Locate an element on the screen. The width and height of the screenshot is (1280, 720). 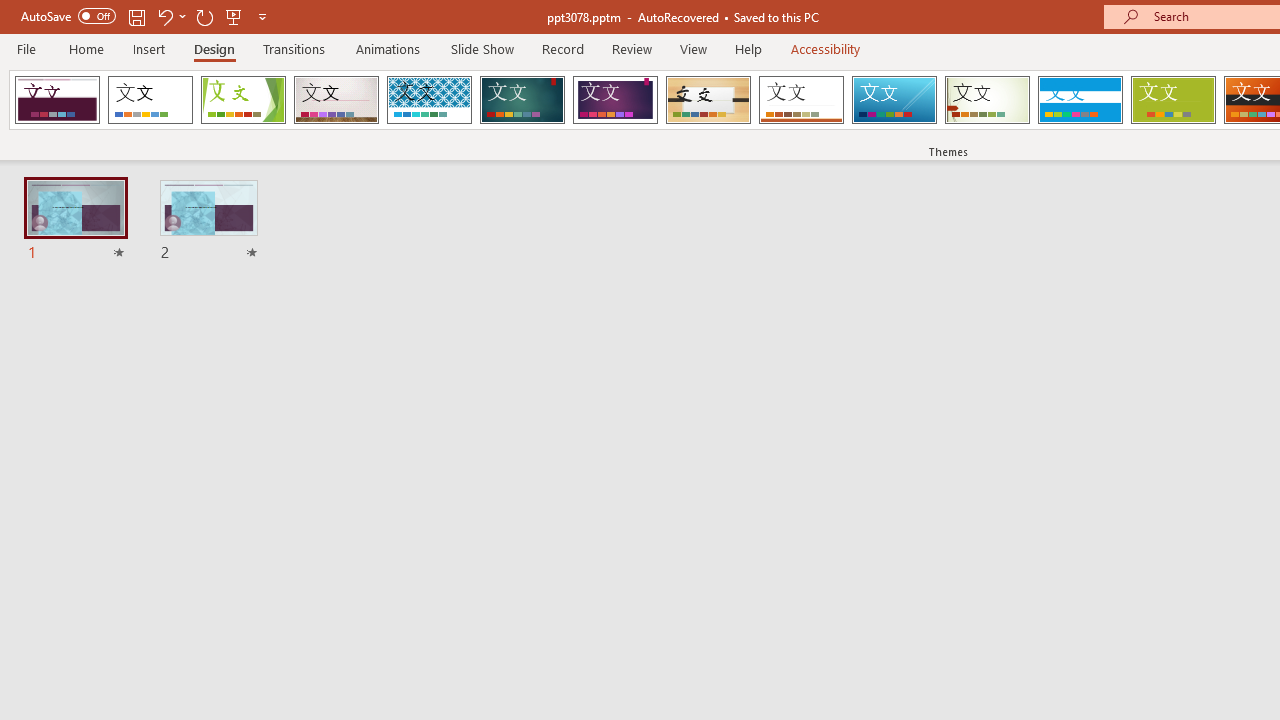
'Slice' is located at coordinates (893, 100).